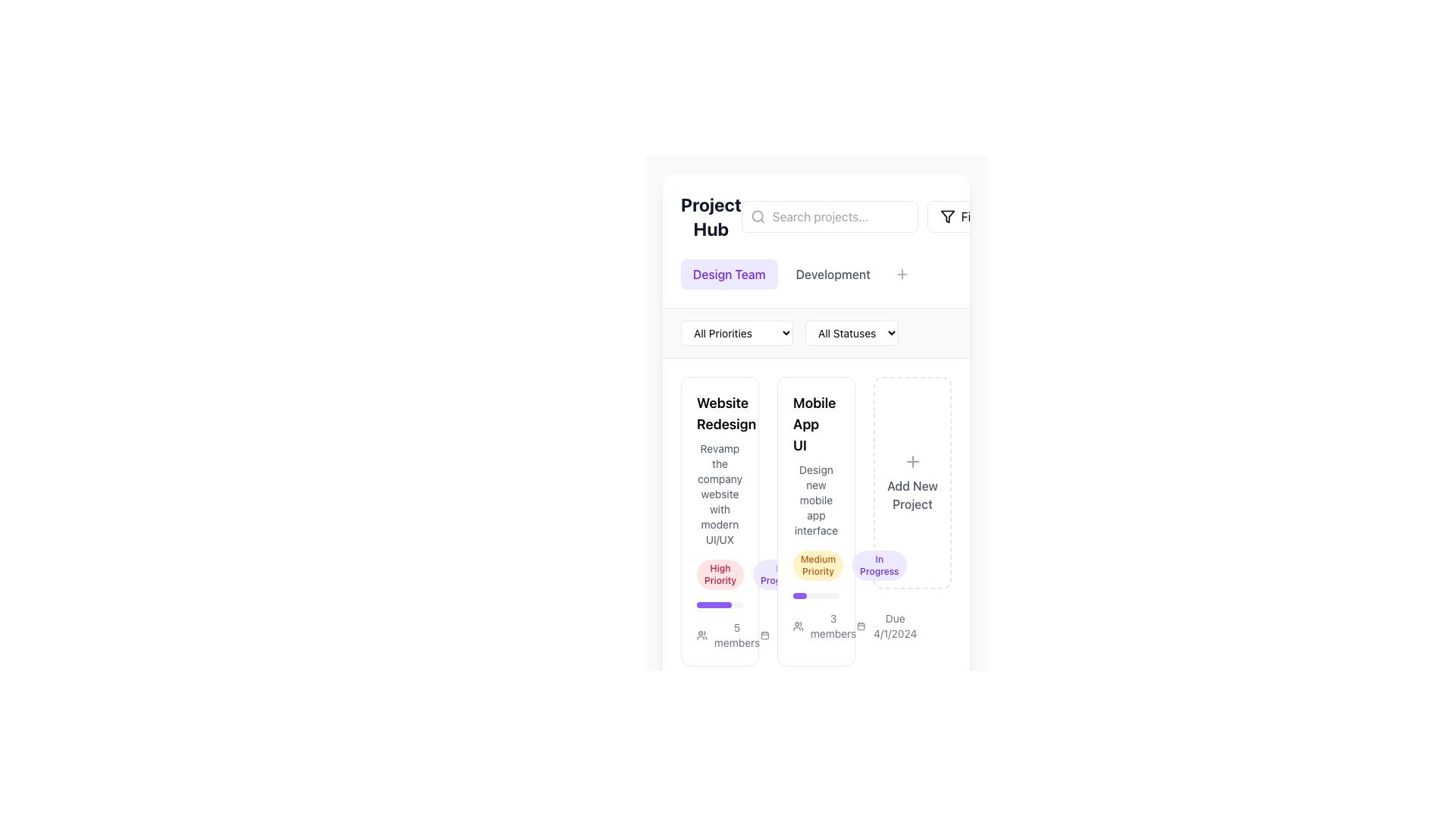 The image size is (1456, 819). What do you see at coordinates (815, 275) in the screenshot?
I see `the button that switches the context to the 'Development' section, located centrally among buttons, to the right of the 'Design Team' button and to the left of a button with a '+' icon` at bounding box center [815, 275].